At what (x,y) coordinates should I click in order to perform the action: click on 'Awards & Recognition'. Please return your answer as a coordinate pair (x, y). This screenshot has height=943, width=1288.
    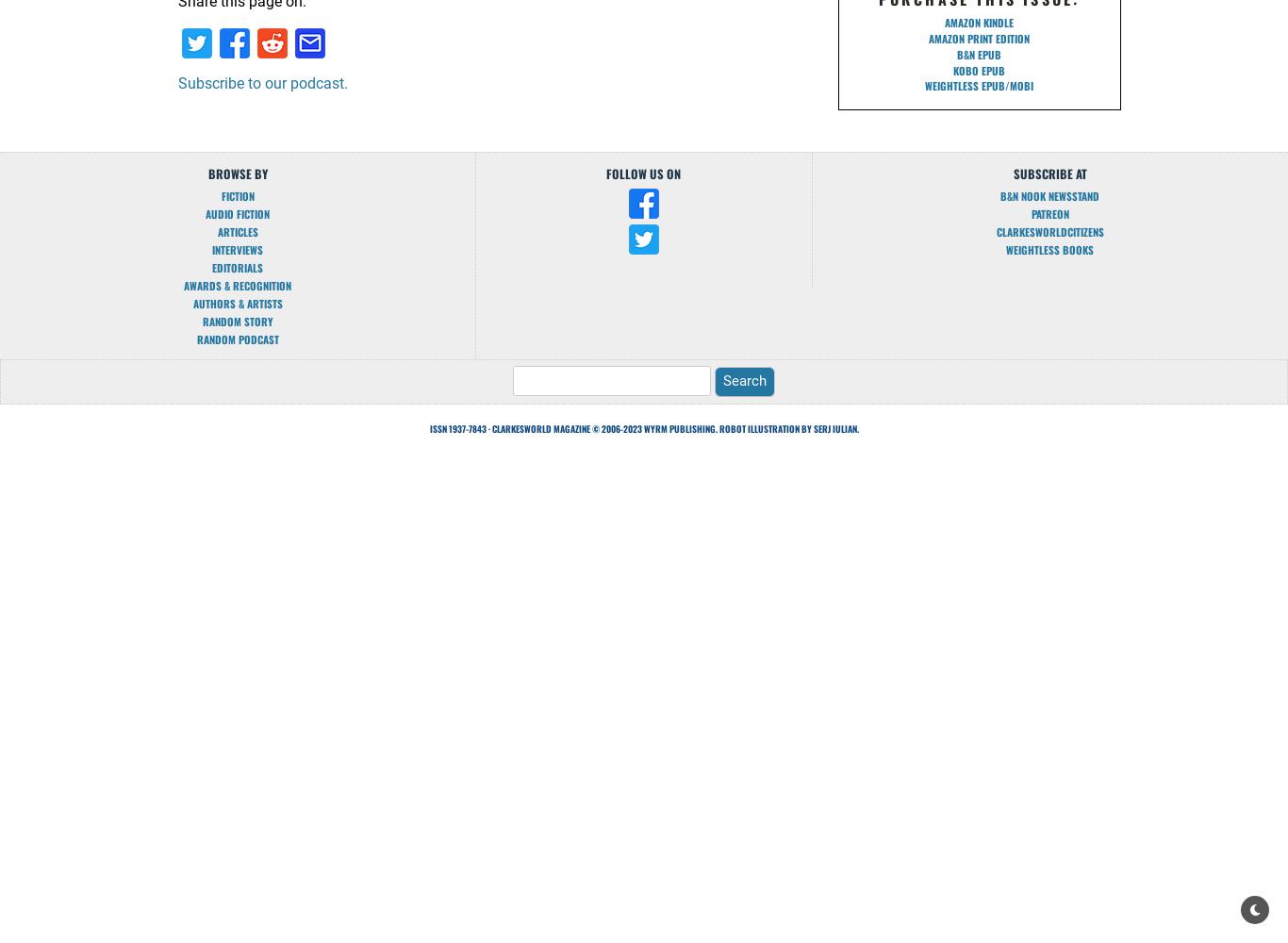
    Looking at the image, I should click on (238, 286).